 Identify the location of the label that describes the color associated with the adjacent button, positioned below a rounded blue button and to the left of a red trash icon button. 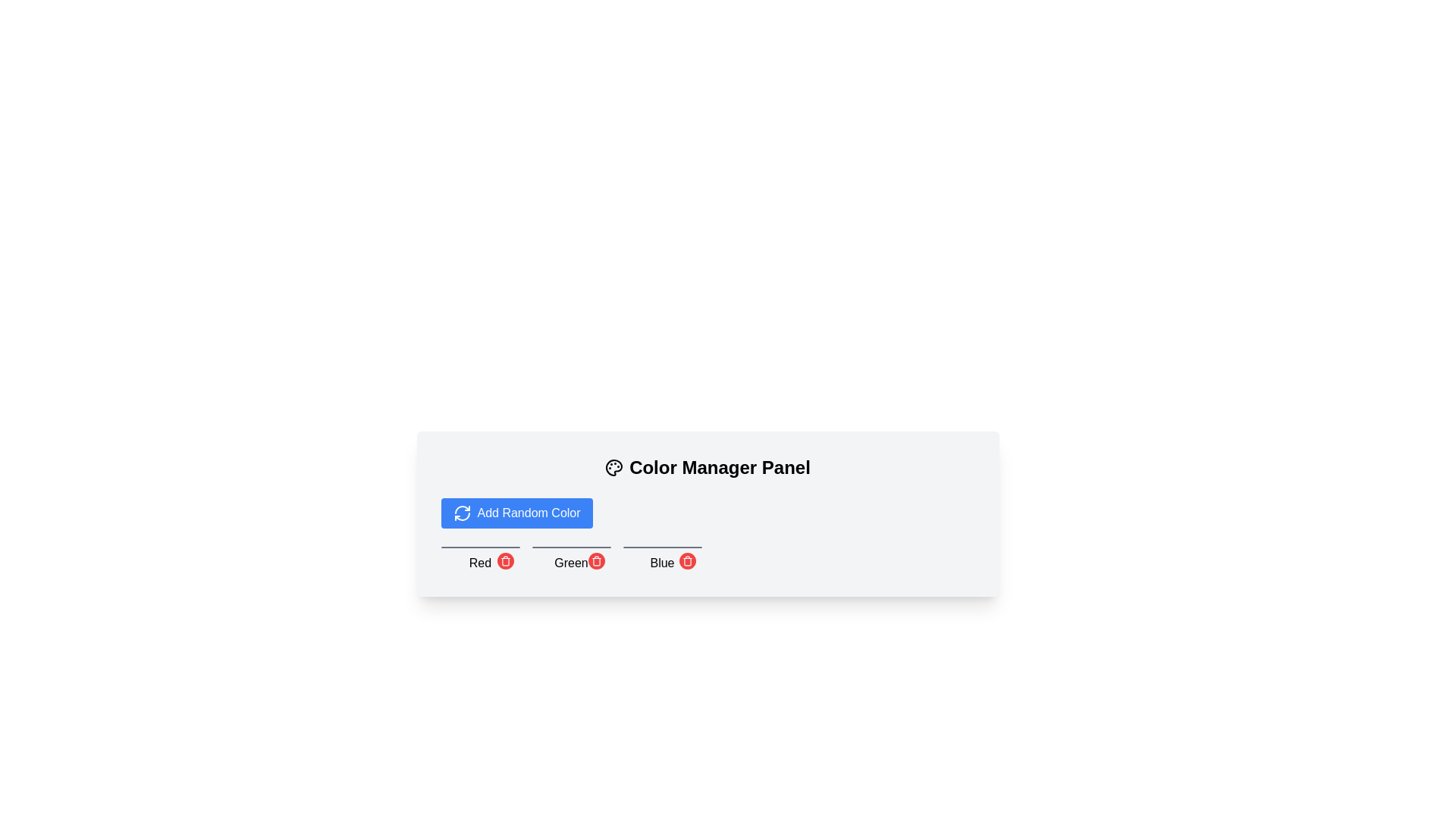
(662, 563).